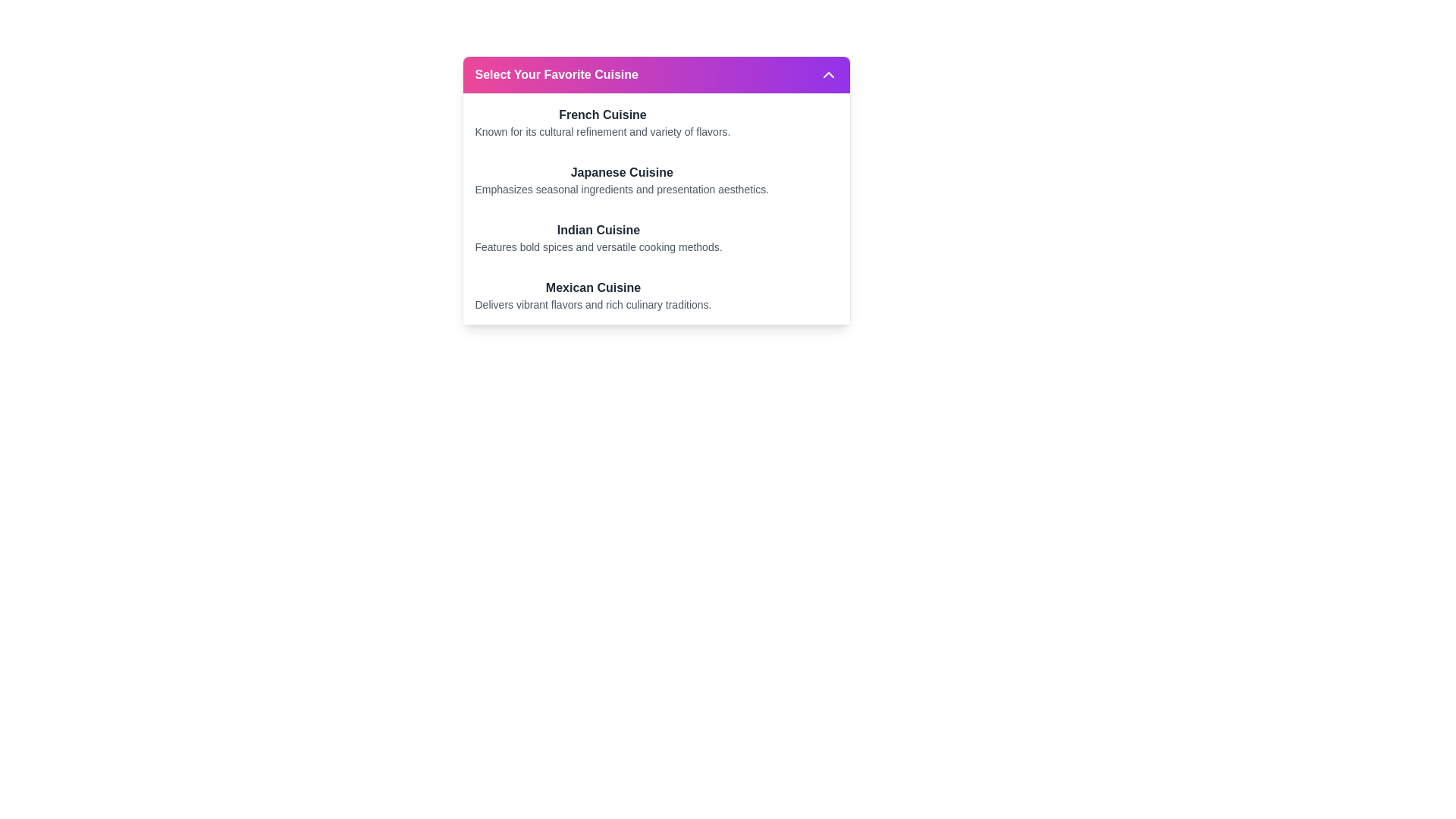 Image resolution: width=1456 pixels, height=819 pixels. I want to click on the static text label providing information for the heading 'Japanese Cuisine', located below its associated heading and centered horizontally, so click(622, 189).